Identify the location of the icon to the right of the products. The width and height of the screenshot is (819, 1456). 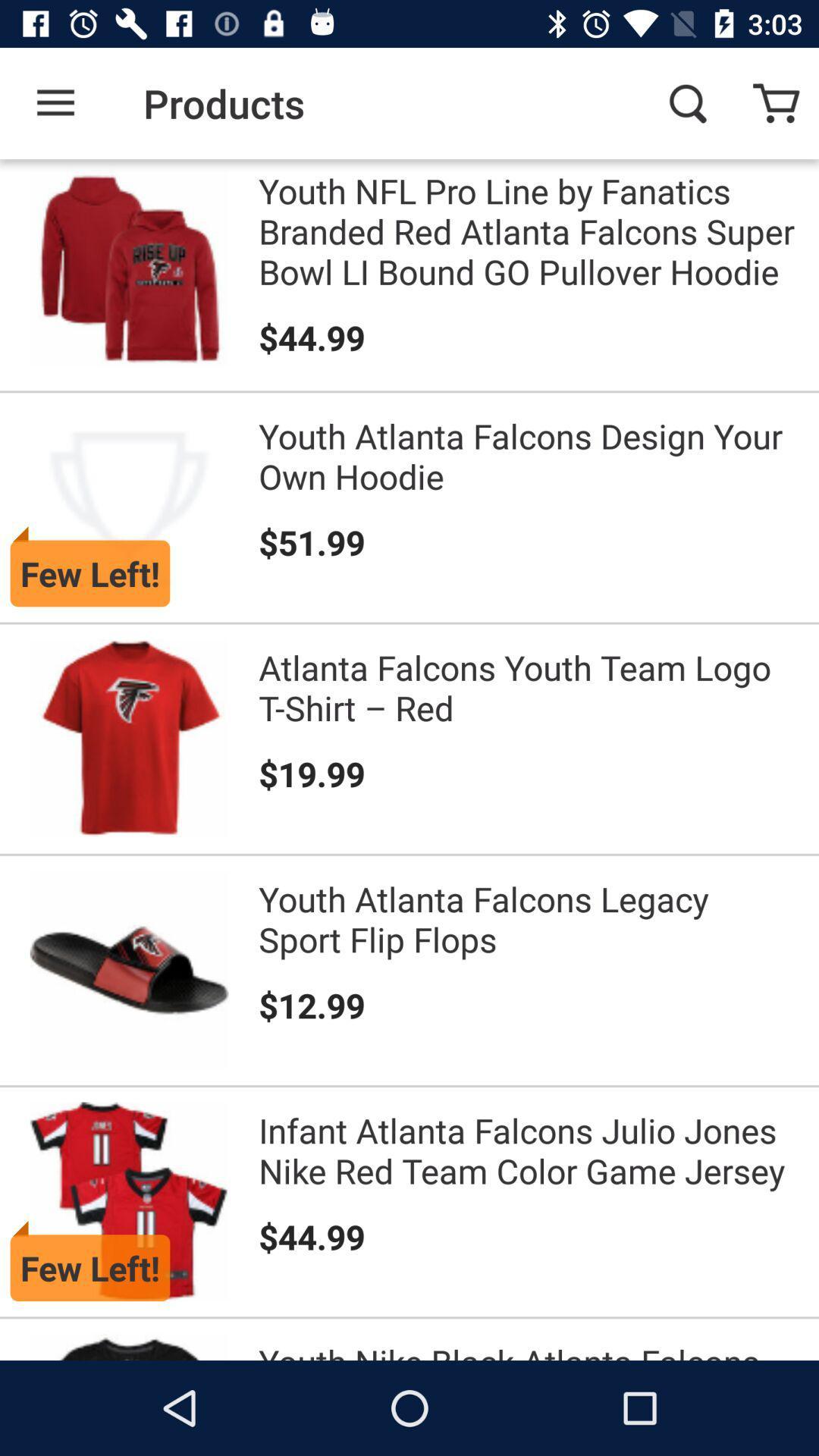
(687, 102).